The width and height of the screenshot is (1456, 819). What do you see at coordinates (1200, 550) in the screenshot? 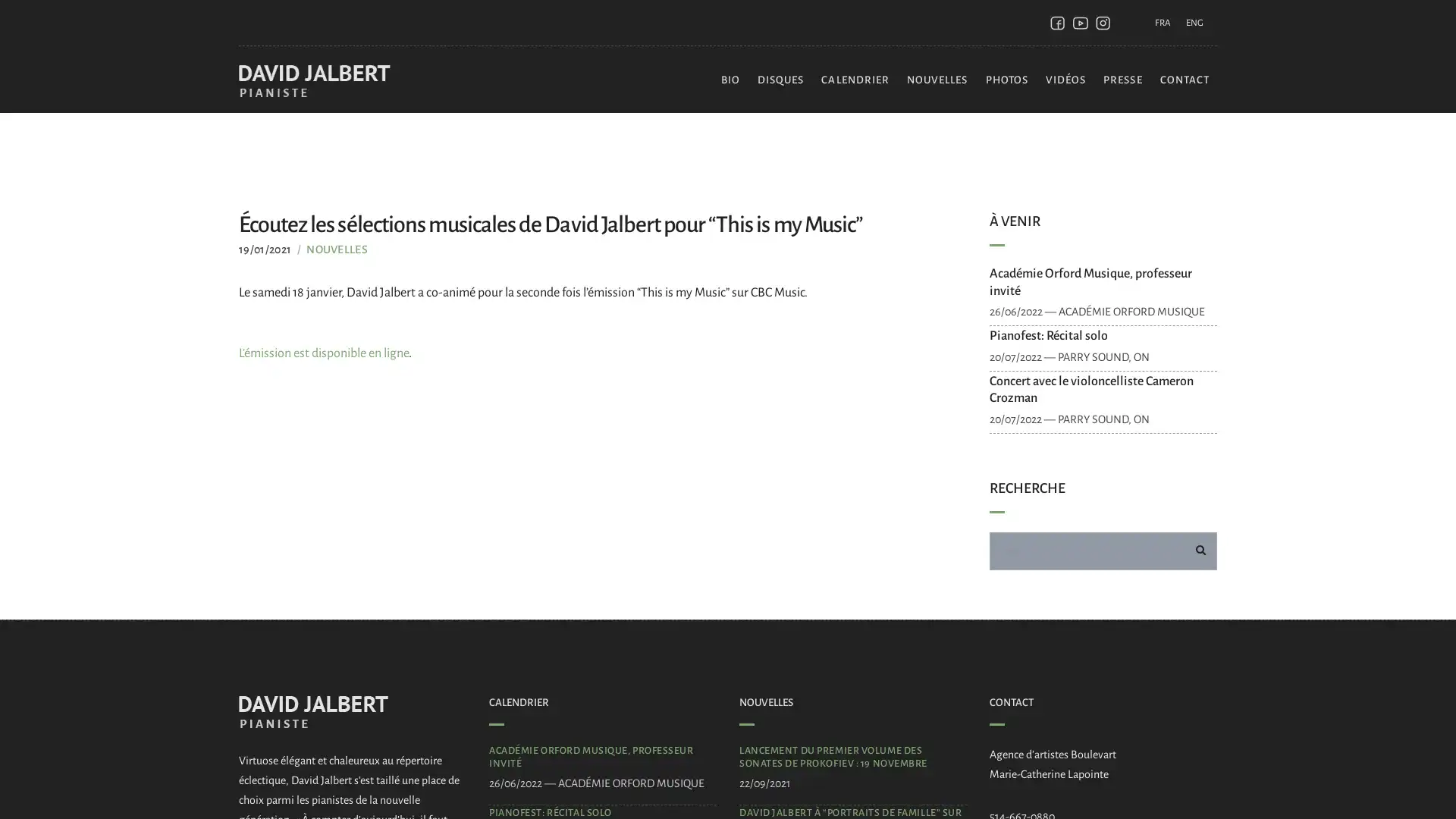
I see `SEARCH` at bounding box center [1200, 550].